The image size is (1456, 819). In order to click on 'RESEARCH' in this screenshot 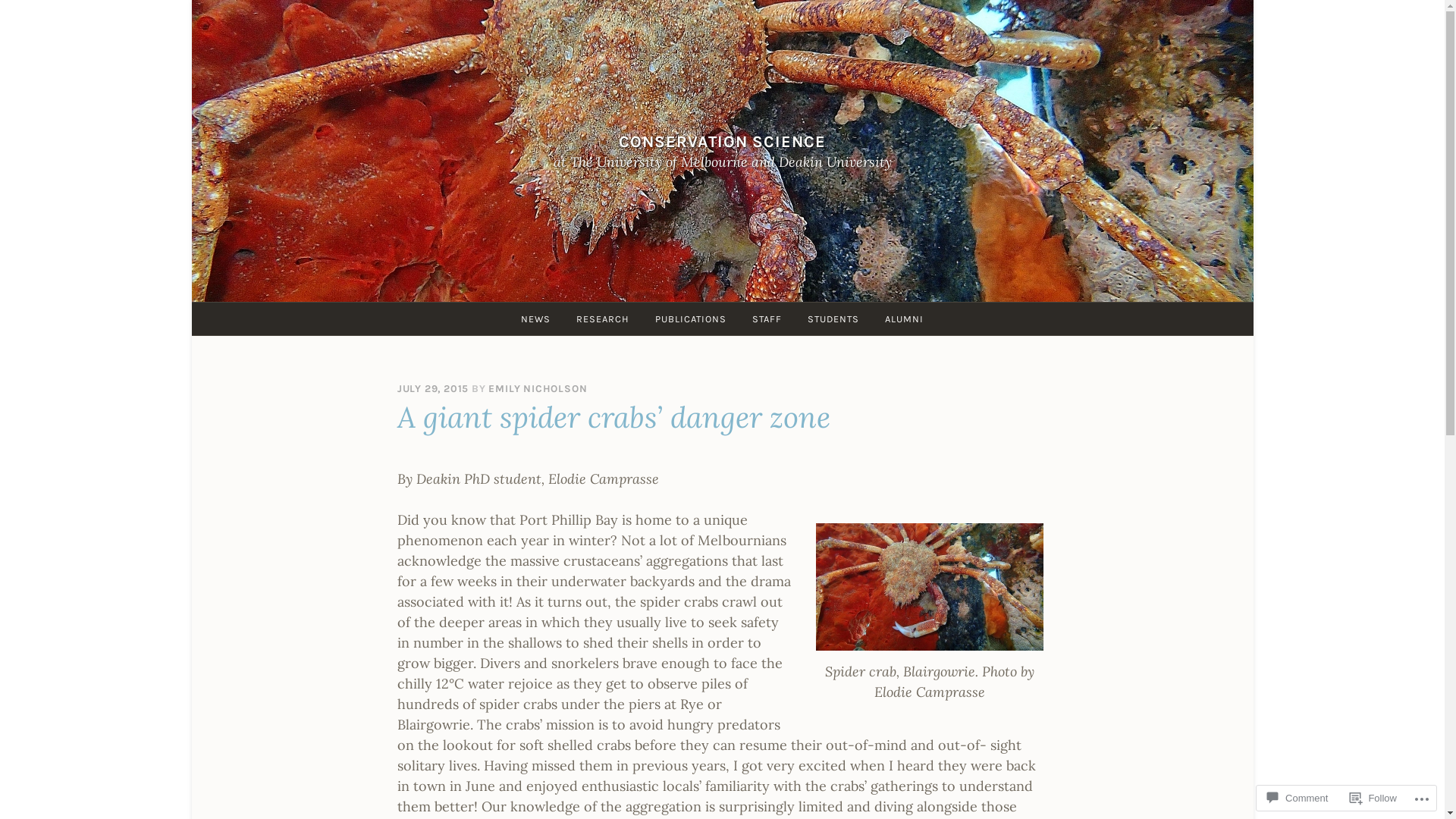, I will do `click(602, 318)`.